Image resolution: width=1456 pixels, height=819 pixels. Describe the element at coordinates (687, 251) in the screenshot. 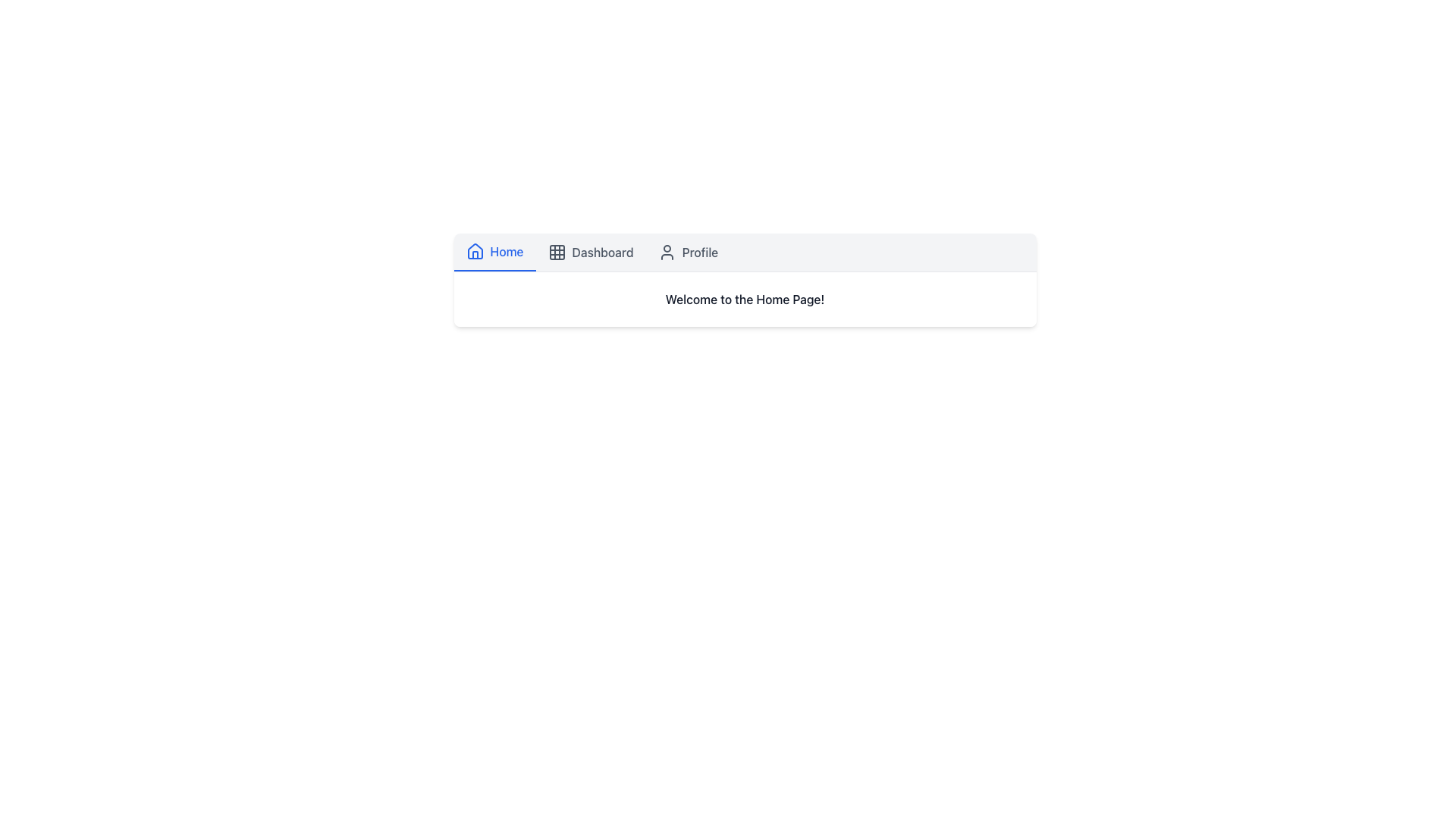

I see `the third tab styled as a button in the navigation header to change the color of the text, which links to the user's profile section` at that location.